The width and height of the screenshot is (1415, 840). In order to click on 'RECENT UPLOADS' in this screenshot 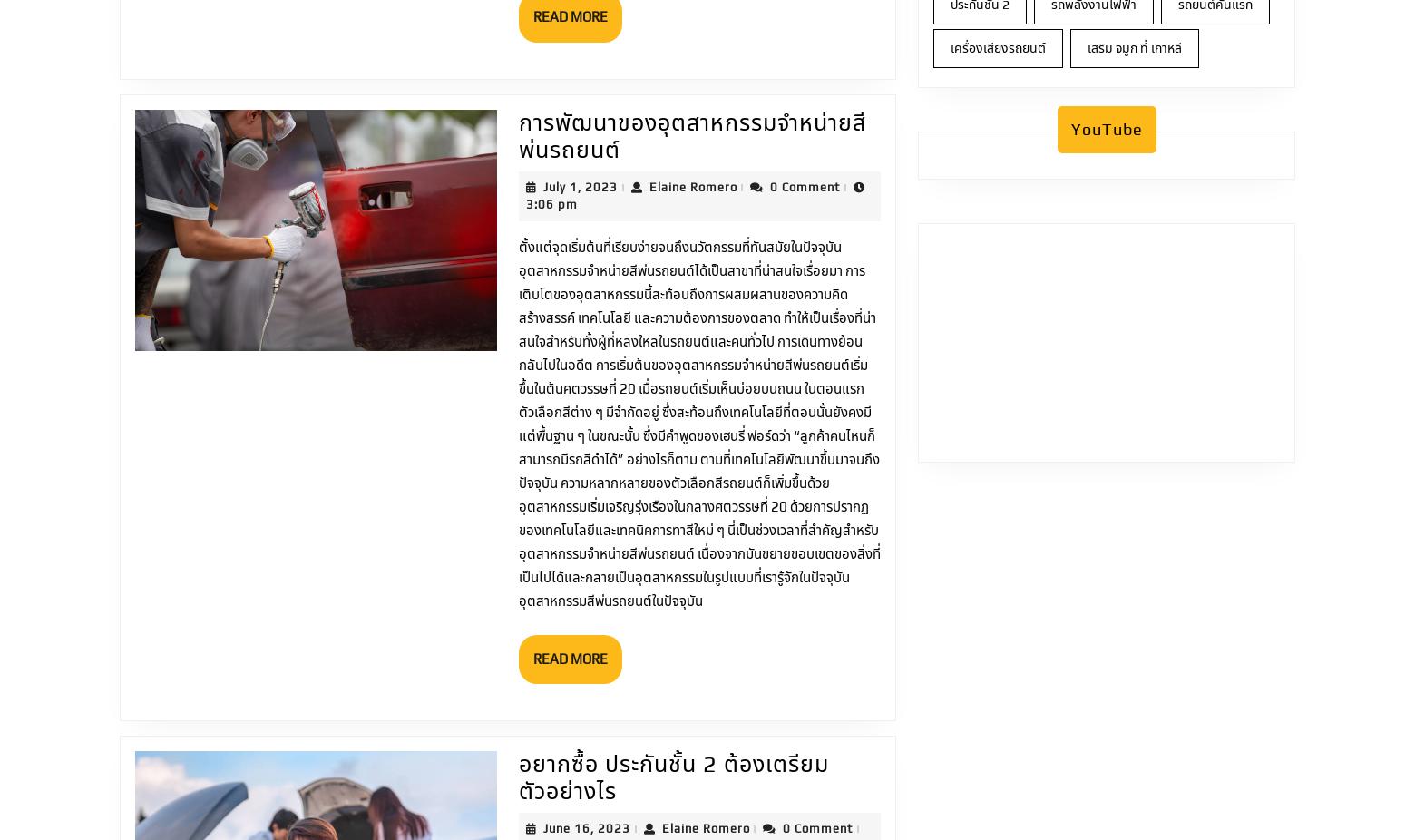, I will do `click(522, 682)`.